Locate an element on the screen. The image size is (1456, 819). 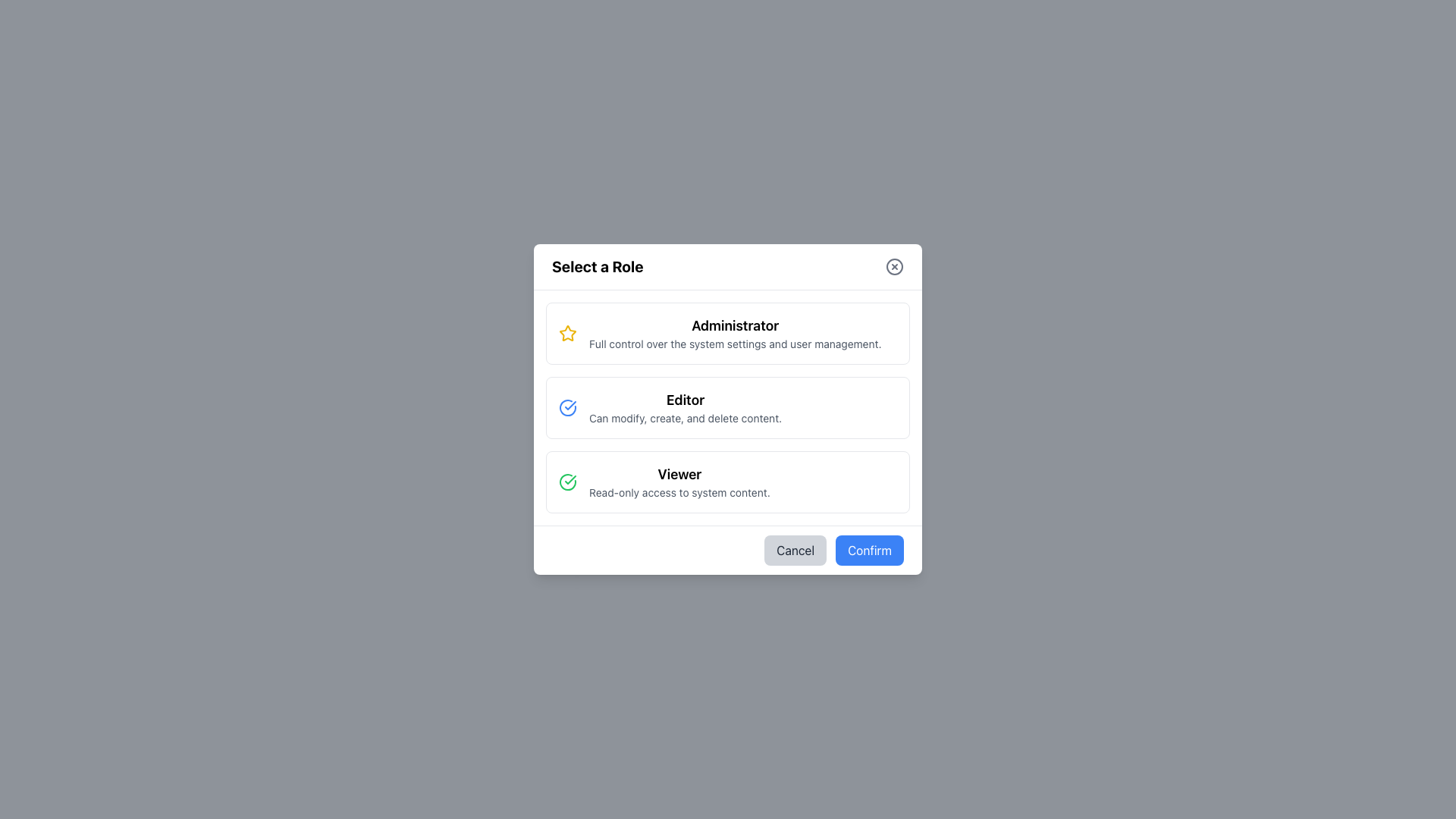
the 'Editor' role selectable list item, which is positioned centrally in the modal dialog and is the second item in a vertical list is located at coordinates (728, 406).